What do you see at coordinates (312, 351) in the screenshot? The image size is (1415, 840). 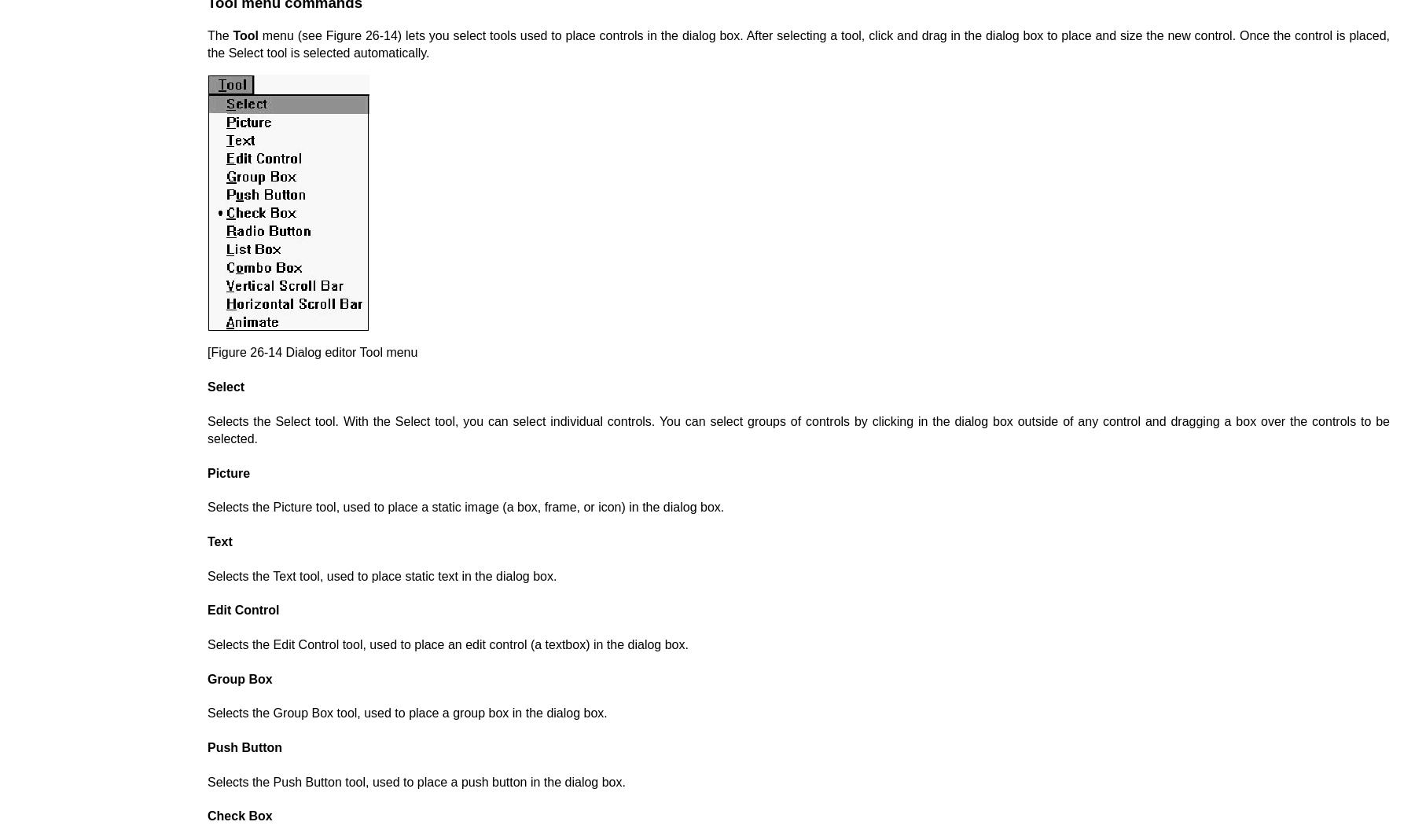 I see `'[Figure 26-14 Dialog editor Tool menu'` at bounding box center [312, 351].